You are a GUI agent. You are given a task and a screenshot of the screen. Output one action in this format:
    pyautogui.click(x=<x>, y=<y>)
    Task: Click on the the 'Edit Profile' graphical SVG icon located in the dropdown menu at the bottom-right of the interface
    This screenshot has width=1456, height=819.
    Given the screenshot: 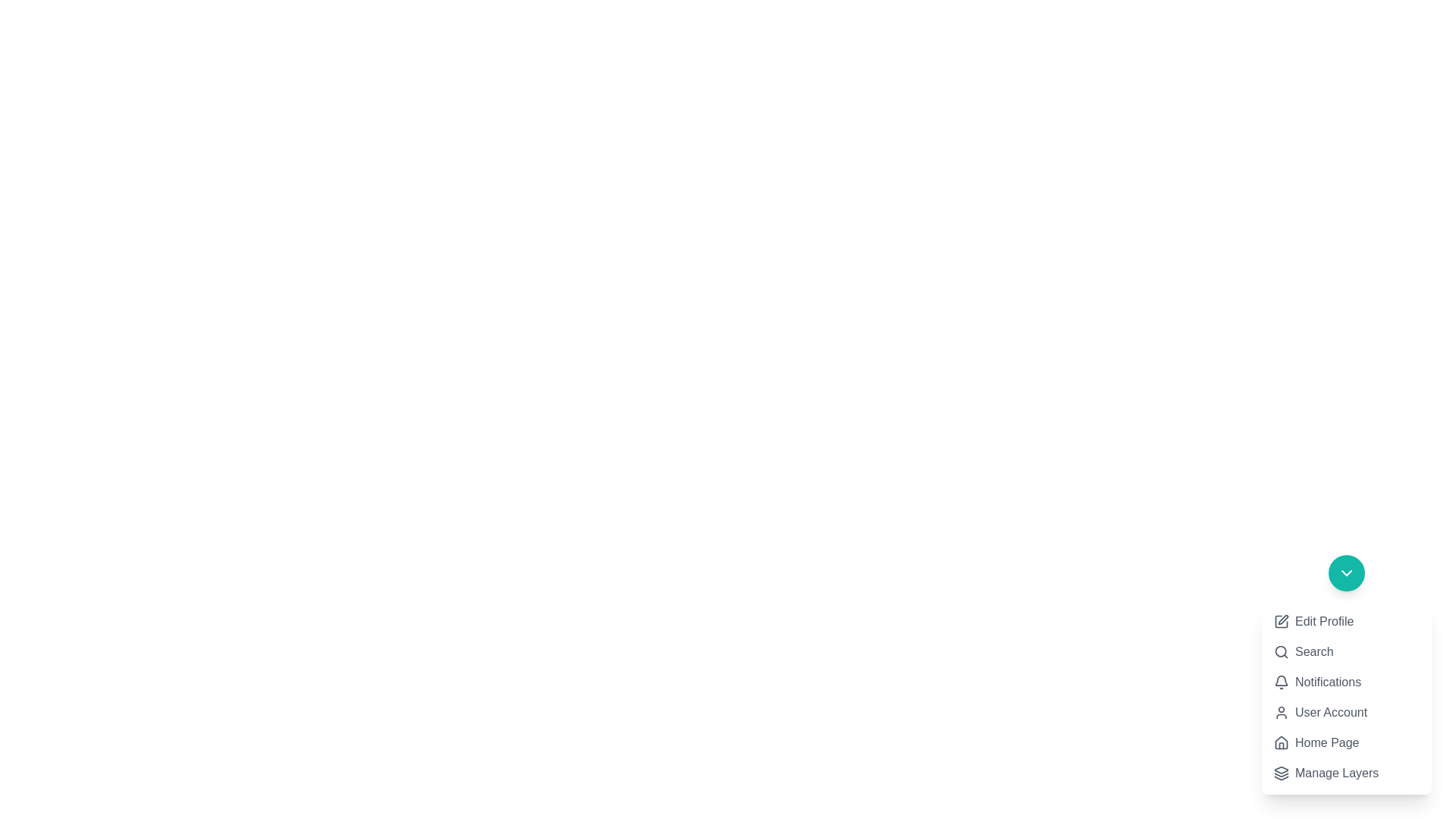 What is the action you would take?
    pyautogui.click(x=1280, y=622)
    